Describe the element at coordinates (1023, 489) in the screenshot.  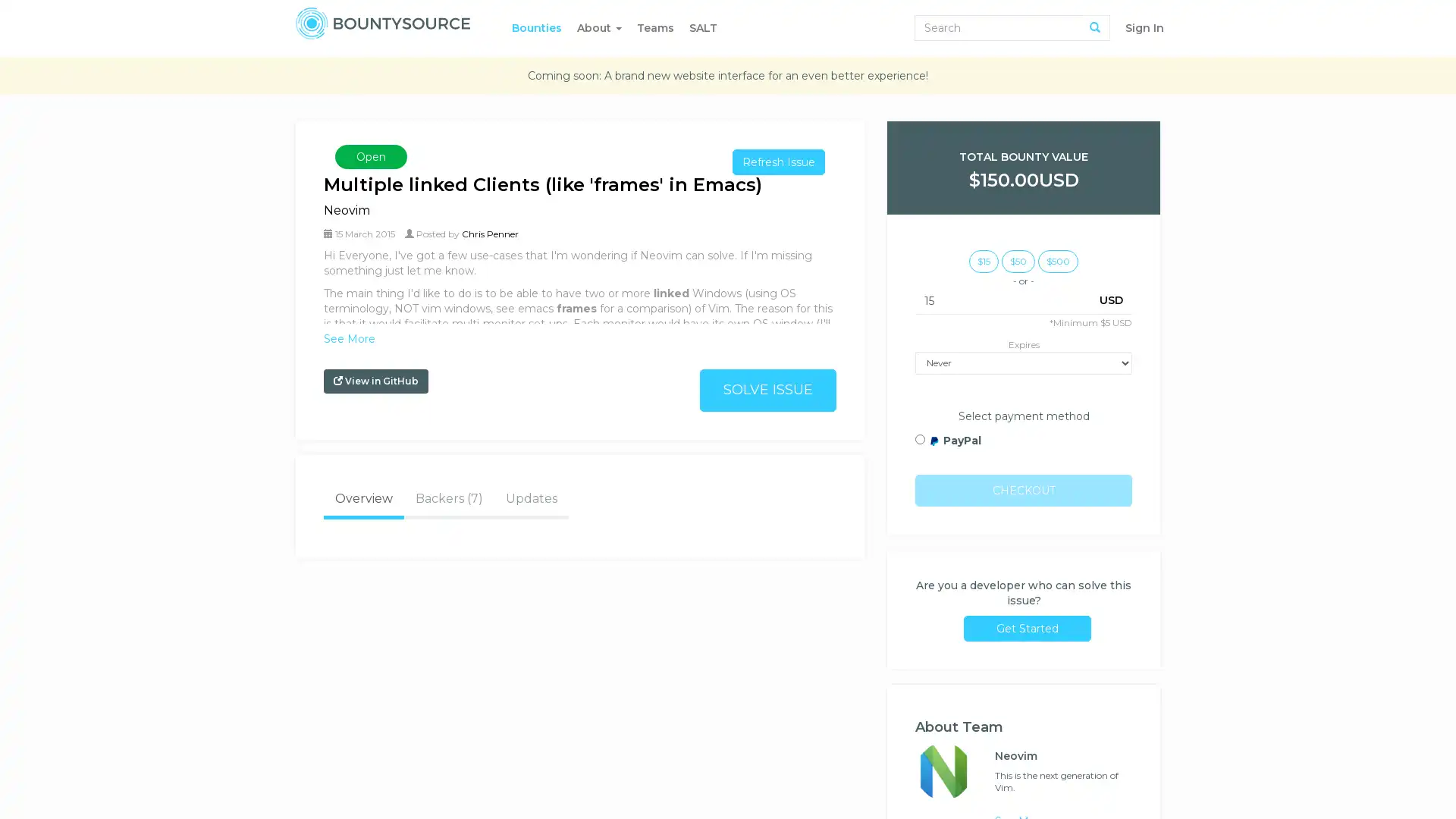
I see `CHECKOUT` at that location.